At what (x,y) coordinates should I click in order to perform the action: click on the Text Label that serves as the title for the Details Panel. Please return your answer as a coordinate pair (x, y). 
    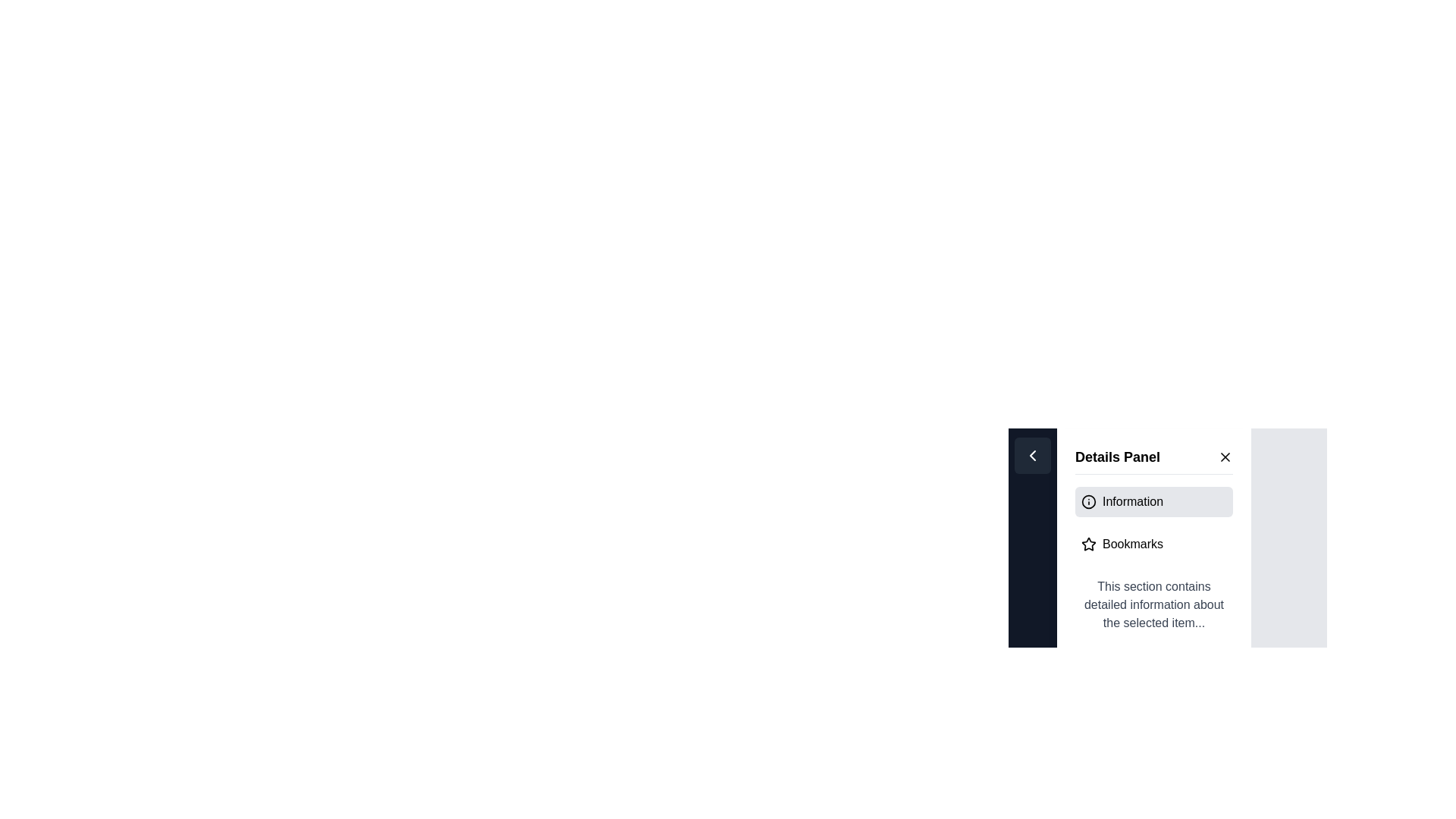
    Looking at the image, I should click on (1117, 456).